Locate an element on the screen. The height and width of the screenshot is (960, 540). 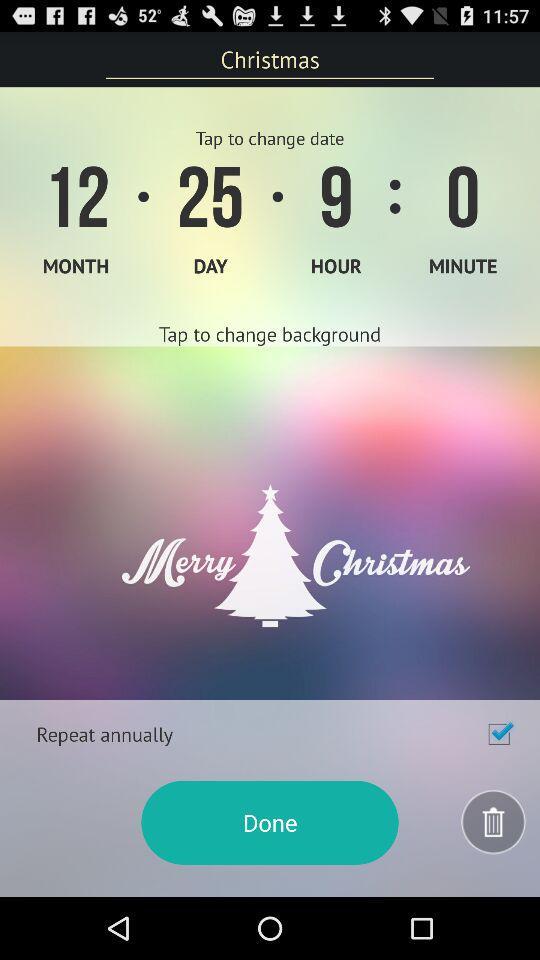
the item below the repeat annually icon is located at coordinates (270, 822).